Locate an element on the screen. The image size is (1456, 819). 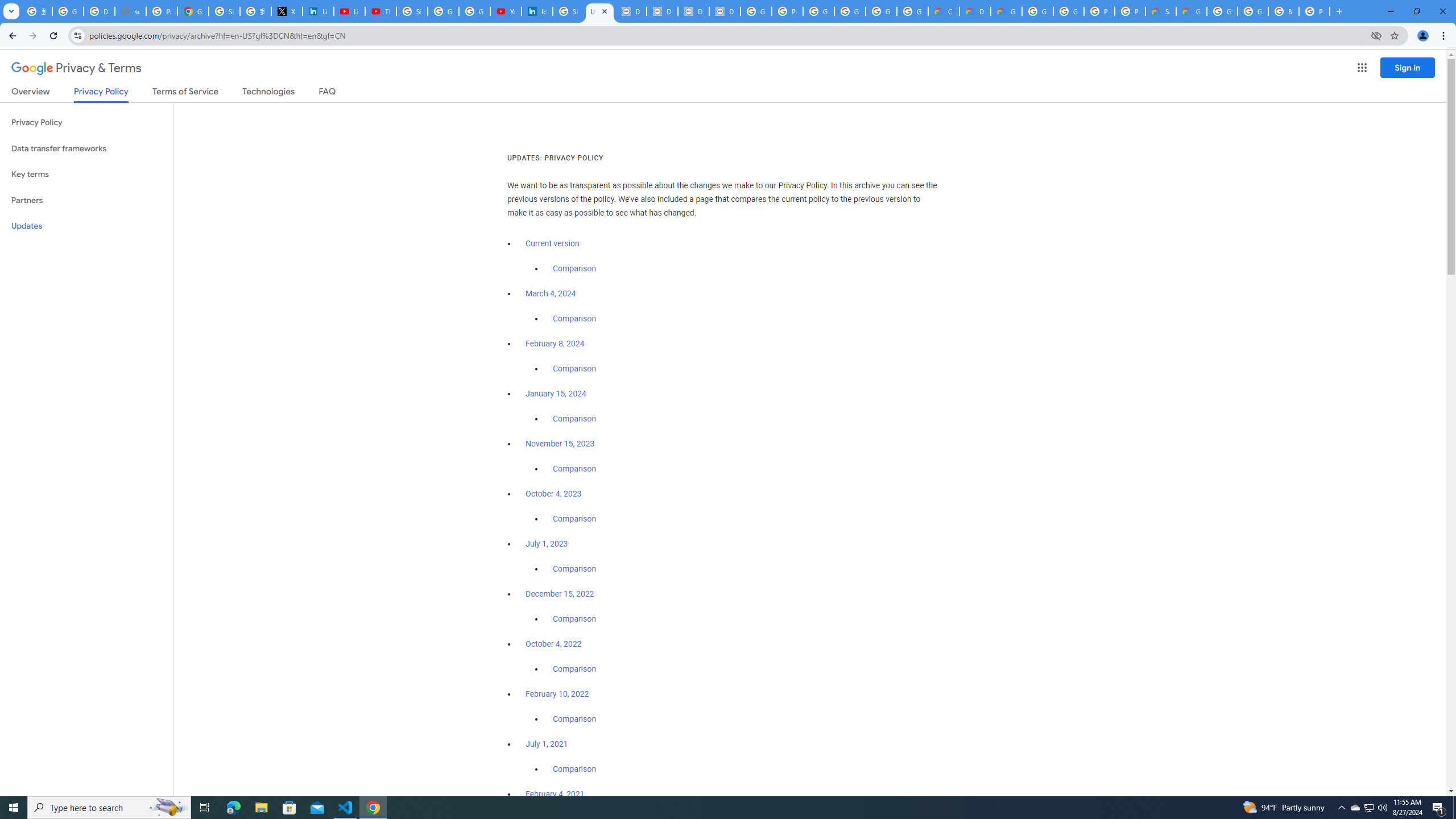
'Terms of Service' is located at coordinates (185, 93).